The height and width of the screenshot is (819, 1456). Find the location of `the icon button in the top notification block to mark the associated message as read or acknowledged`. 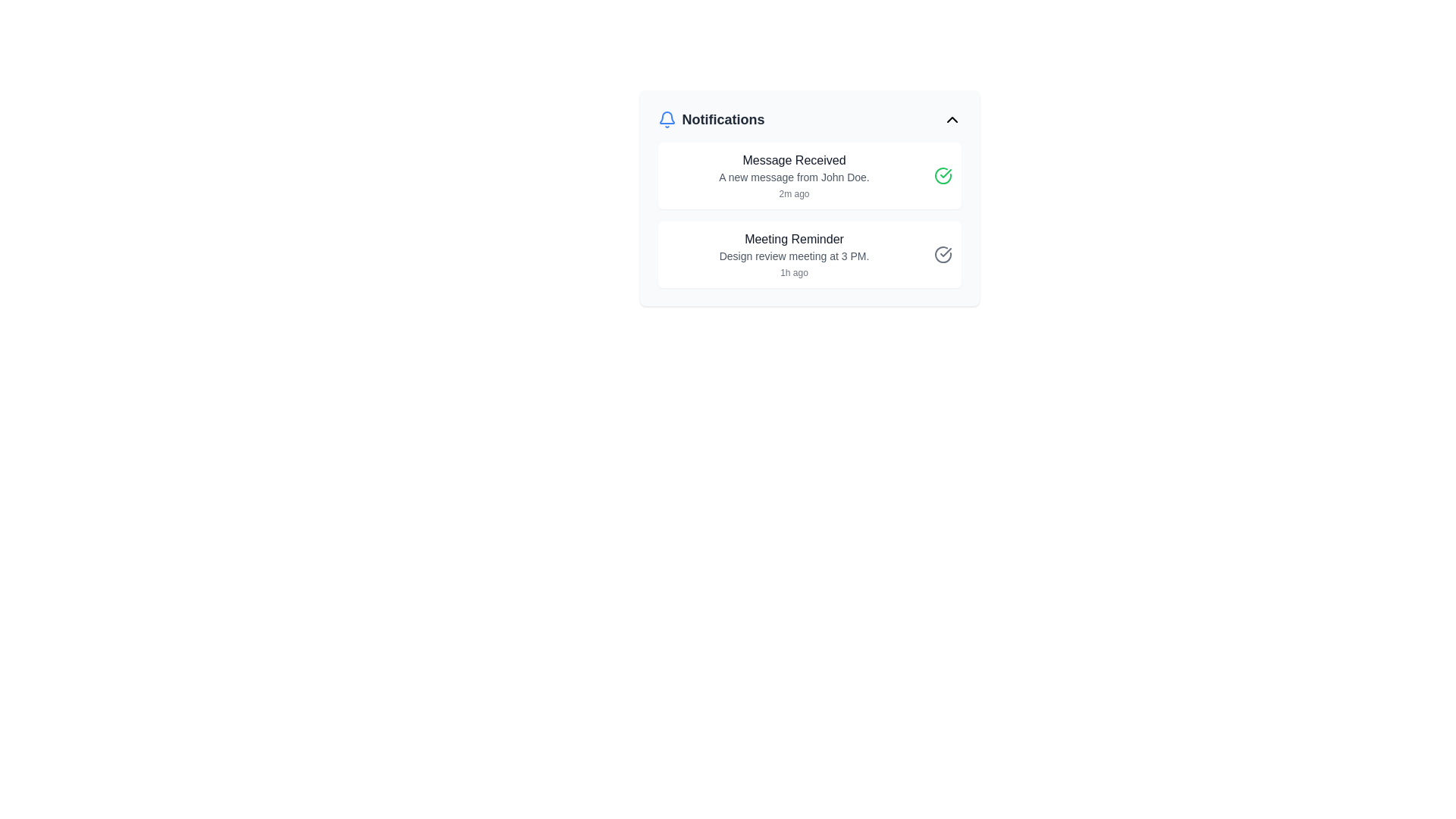

the icon button in the top notification block to mark the associated message as read or acknowledged is located at coordinates (942, 174).